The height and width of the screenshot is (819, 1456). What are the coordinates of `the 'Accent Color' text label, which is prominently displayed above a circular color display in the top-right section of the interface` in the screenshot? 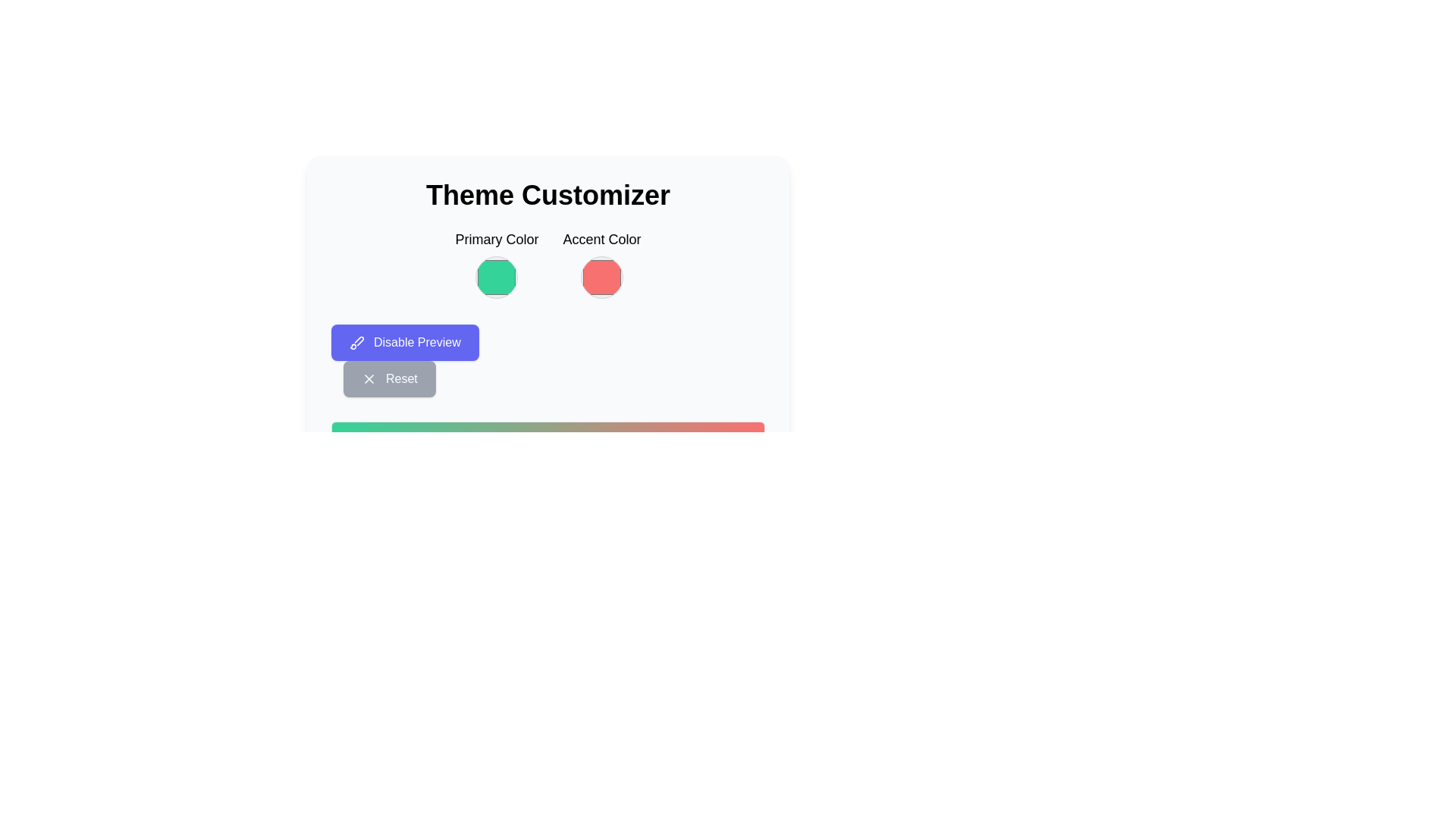 It's located at (601, 239).